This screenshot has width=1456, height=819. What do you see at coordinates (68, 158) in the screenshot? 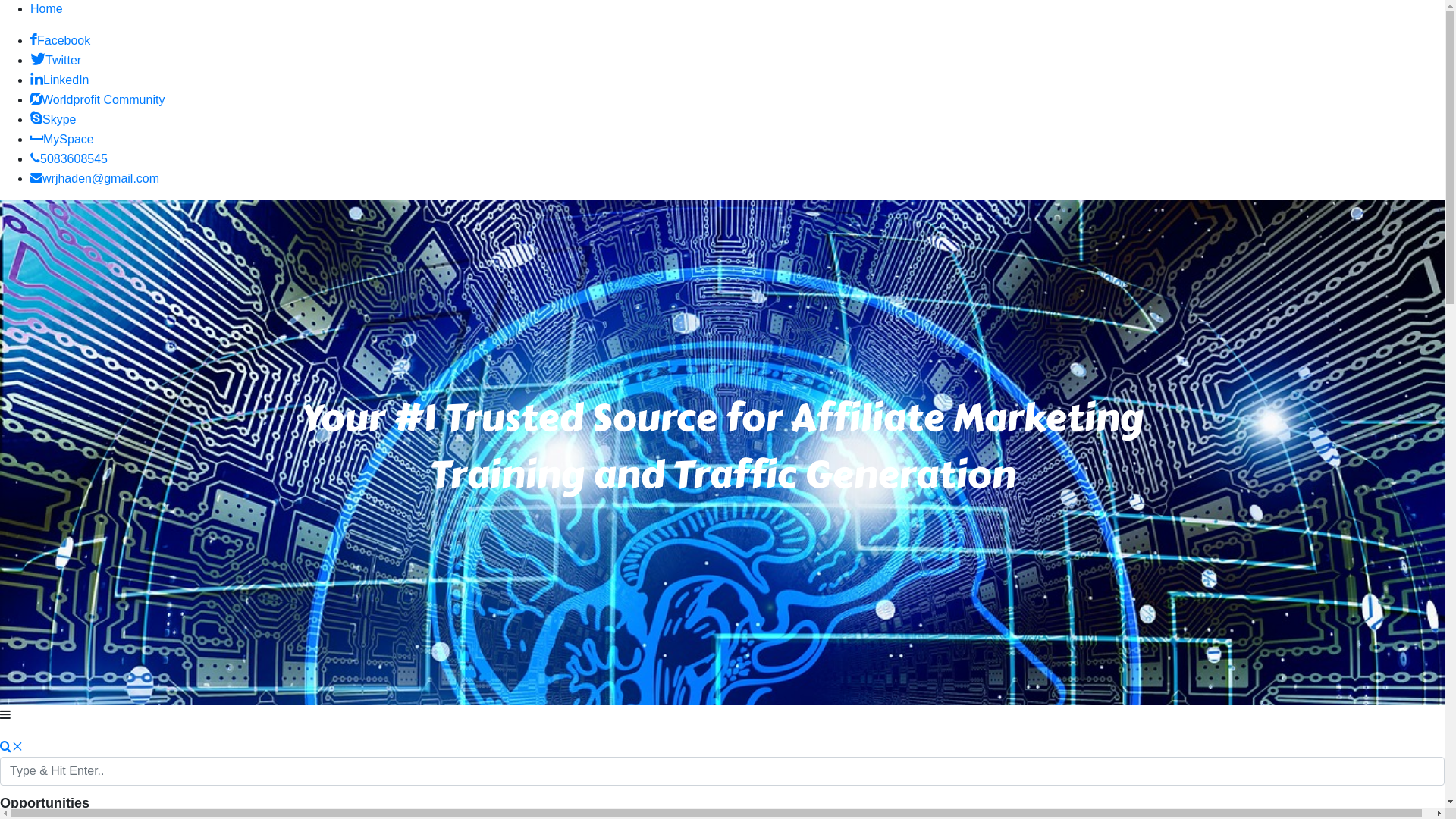
I see `'5083608545'` at bounding box center [68, 158].